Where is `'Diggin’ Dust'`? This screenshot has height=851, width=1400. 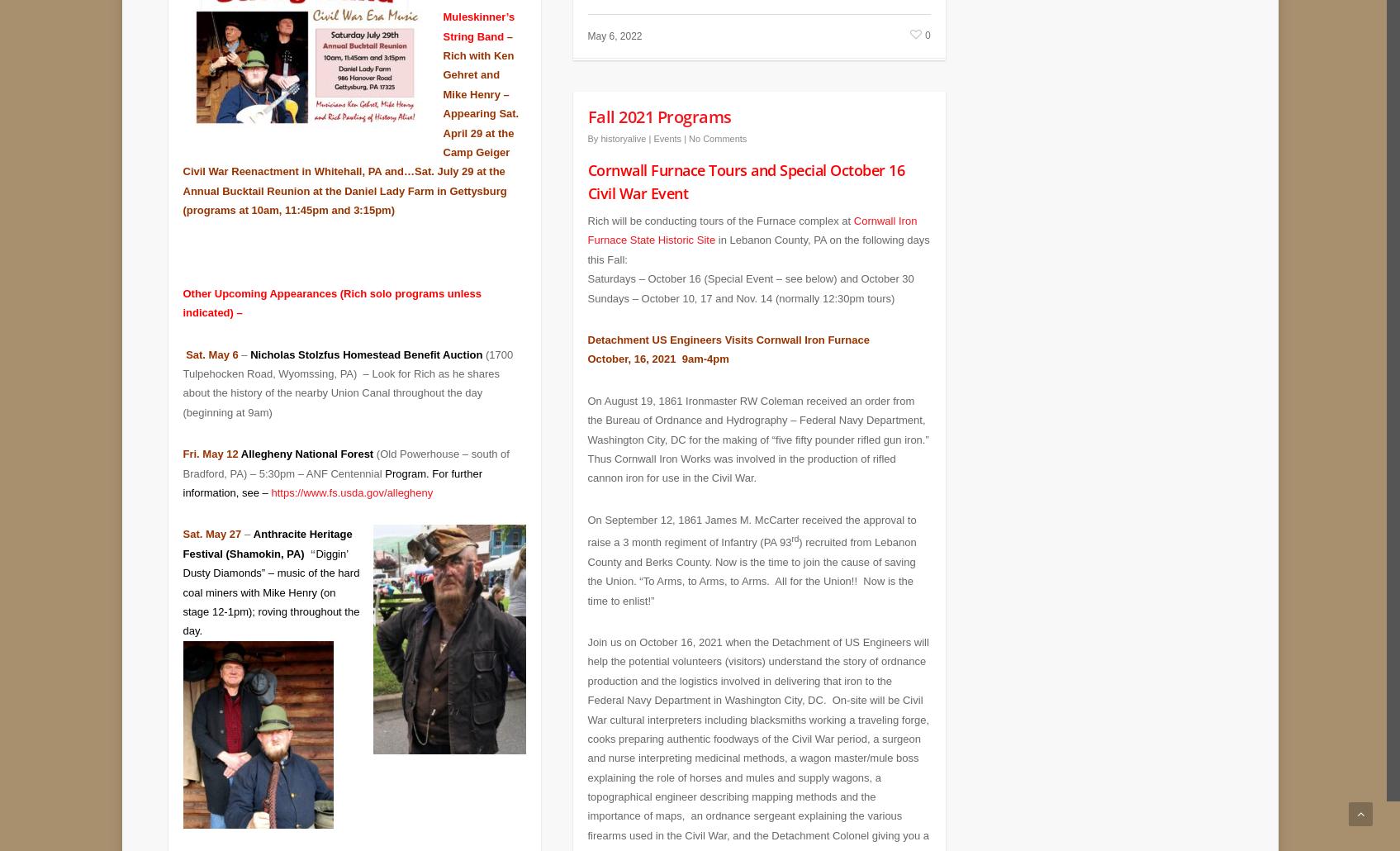 'Diggin’ Dust' is located at coordinates (265, 550).